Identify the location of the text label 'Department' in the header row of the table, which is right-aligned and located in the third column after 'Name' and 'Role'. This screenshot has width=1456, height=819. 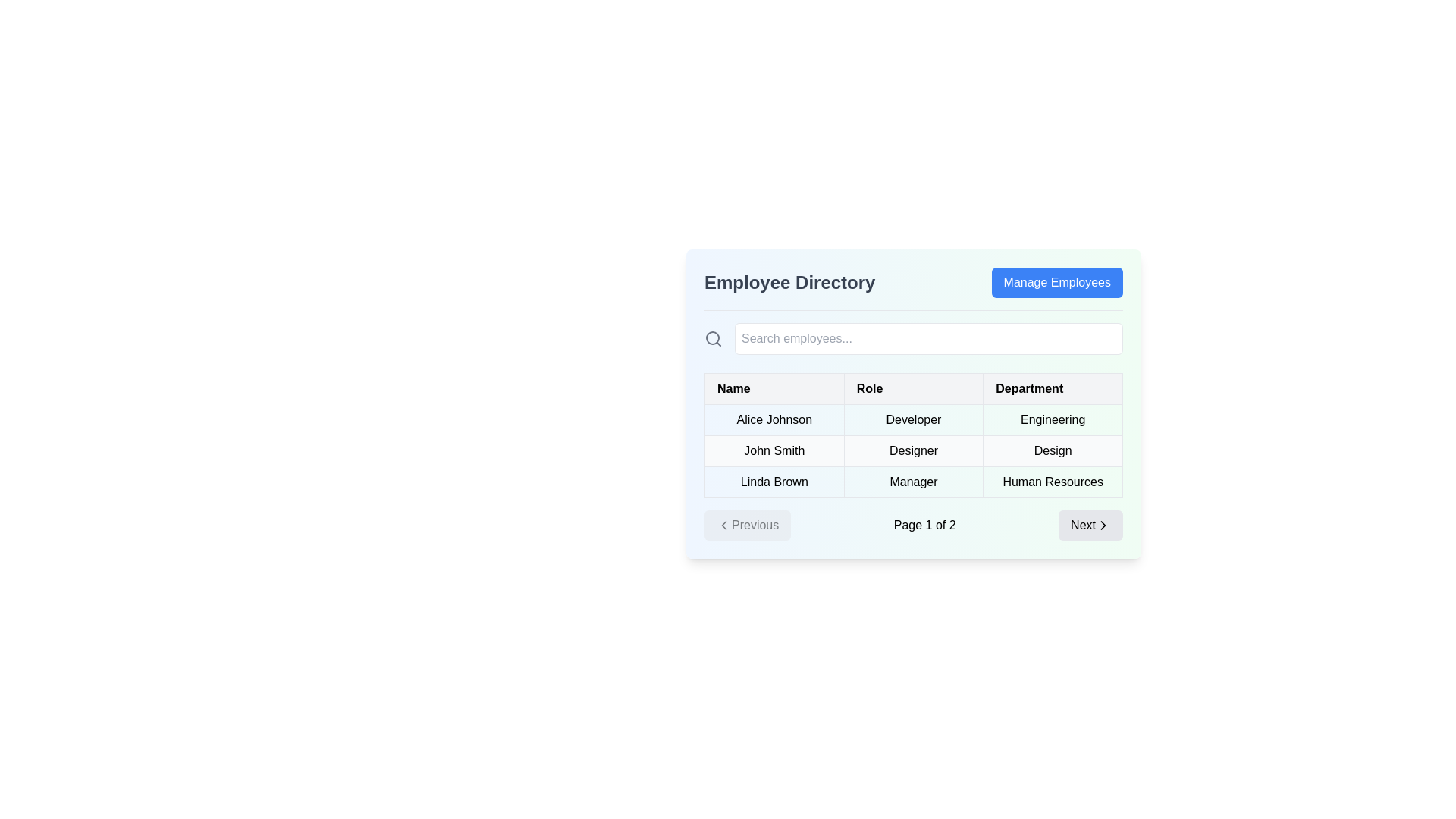
(1052, 388).